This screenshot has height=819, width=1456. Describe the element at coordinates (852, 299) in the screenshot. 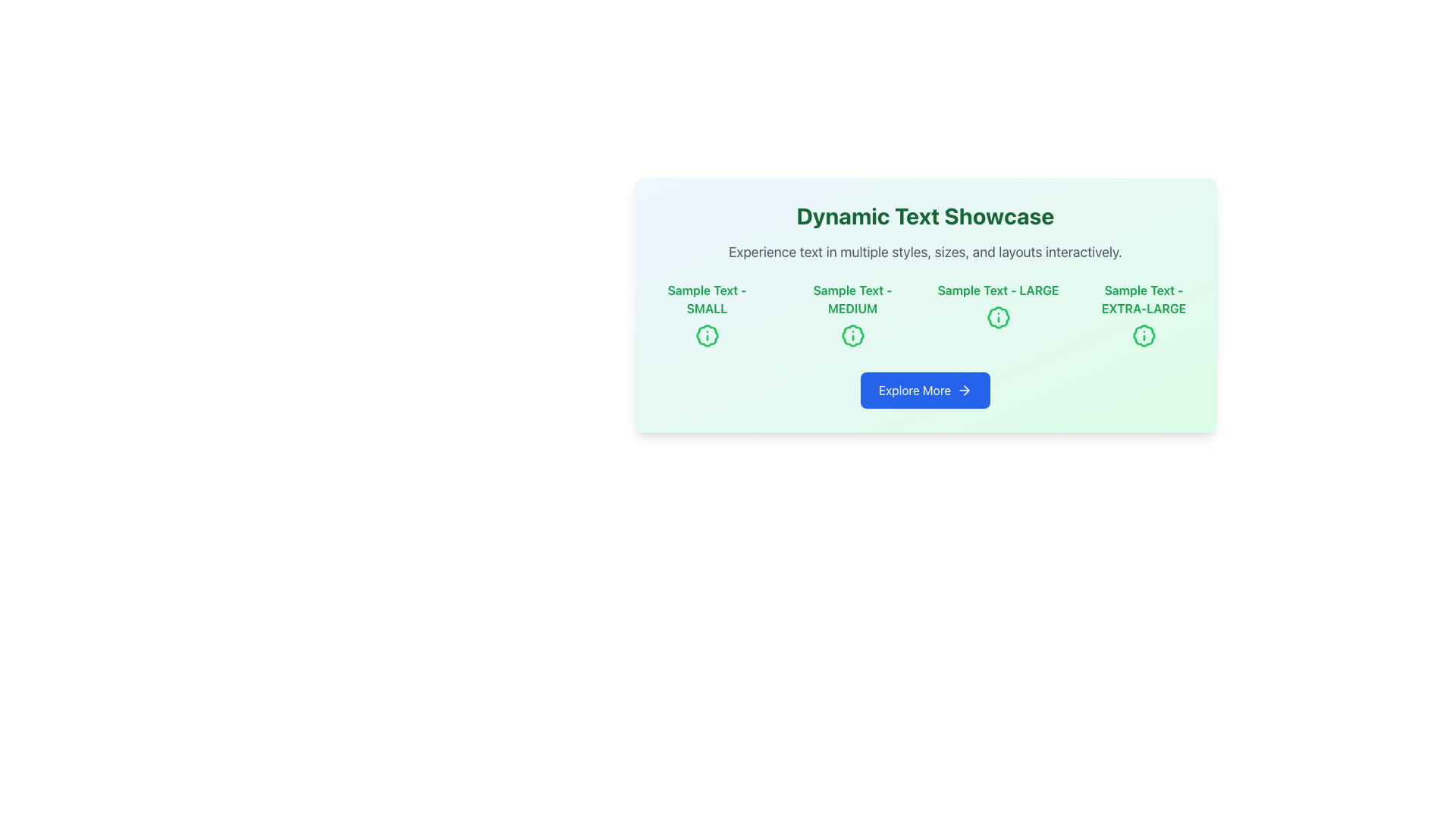

I see `the Text Label displaying 'Sample Text - MEDIUM', which is styled in bold green text and positioned centrally between two other text elements indicating sizes` at that location.